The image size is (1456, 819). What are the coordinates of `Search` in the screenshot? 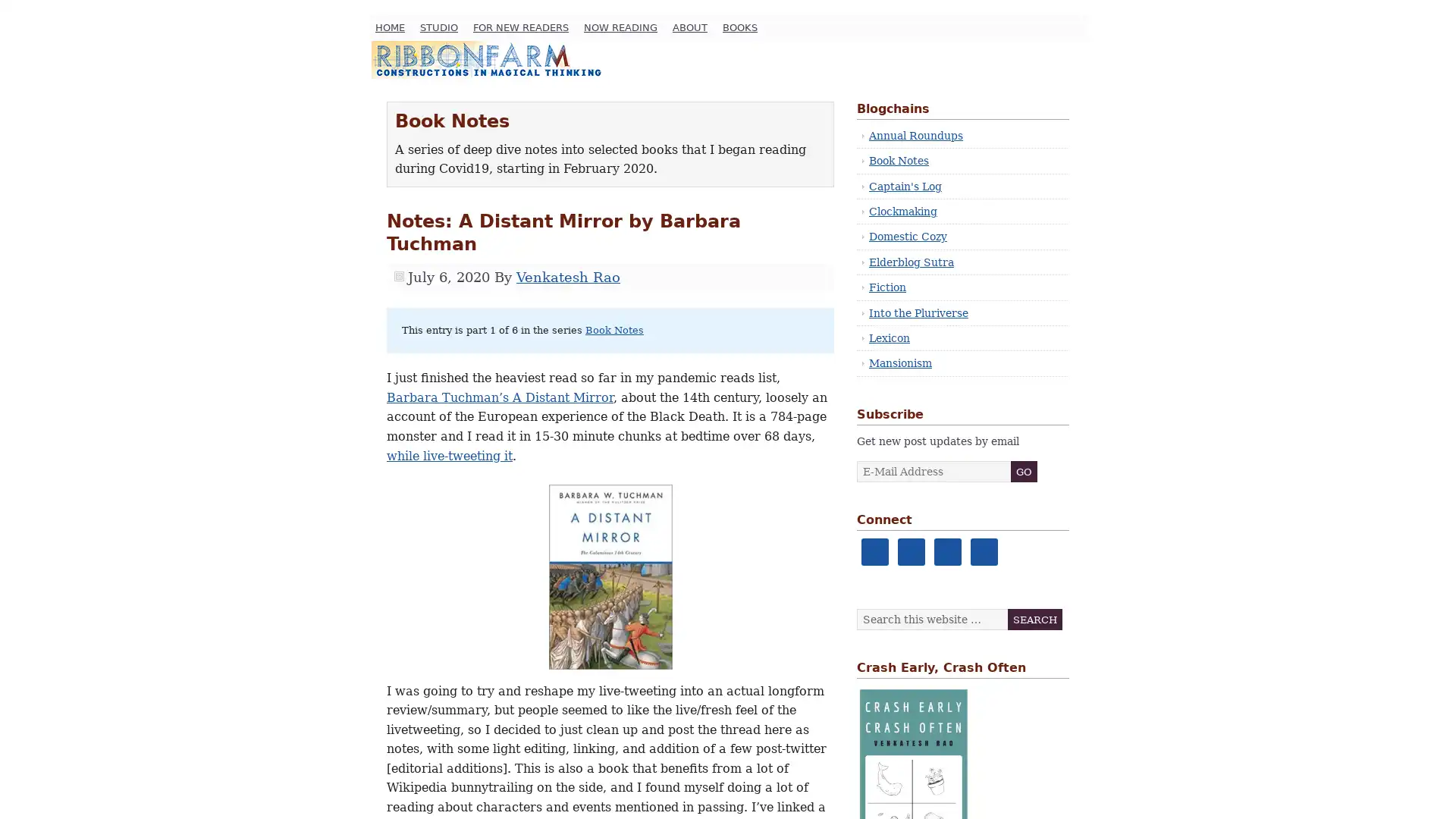 It's located at (1034, 620).